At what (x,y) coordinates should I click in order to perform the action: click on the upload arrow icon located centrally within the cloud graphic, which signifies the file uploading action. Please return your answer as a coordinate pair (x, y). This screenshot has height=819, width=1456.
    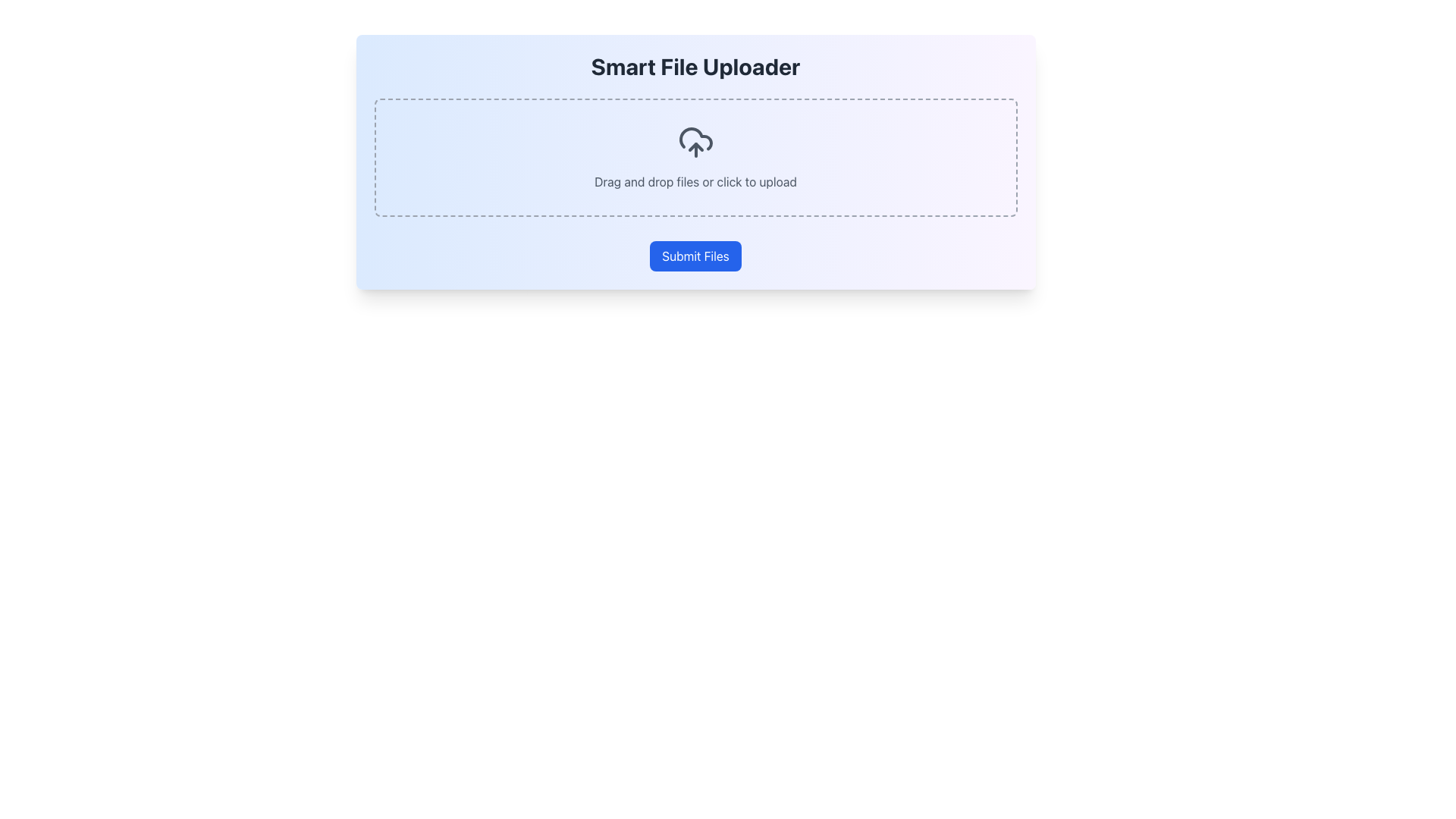
    Looking at the image, I should click on (695, 146).